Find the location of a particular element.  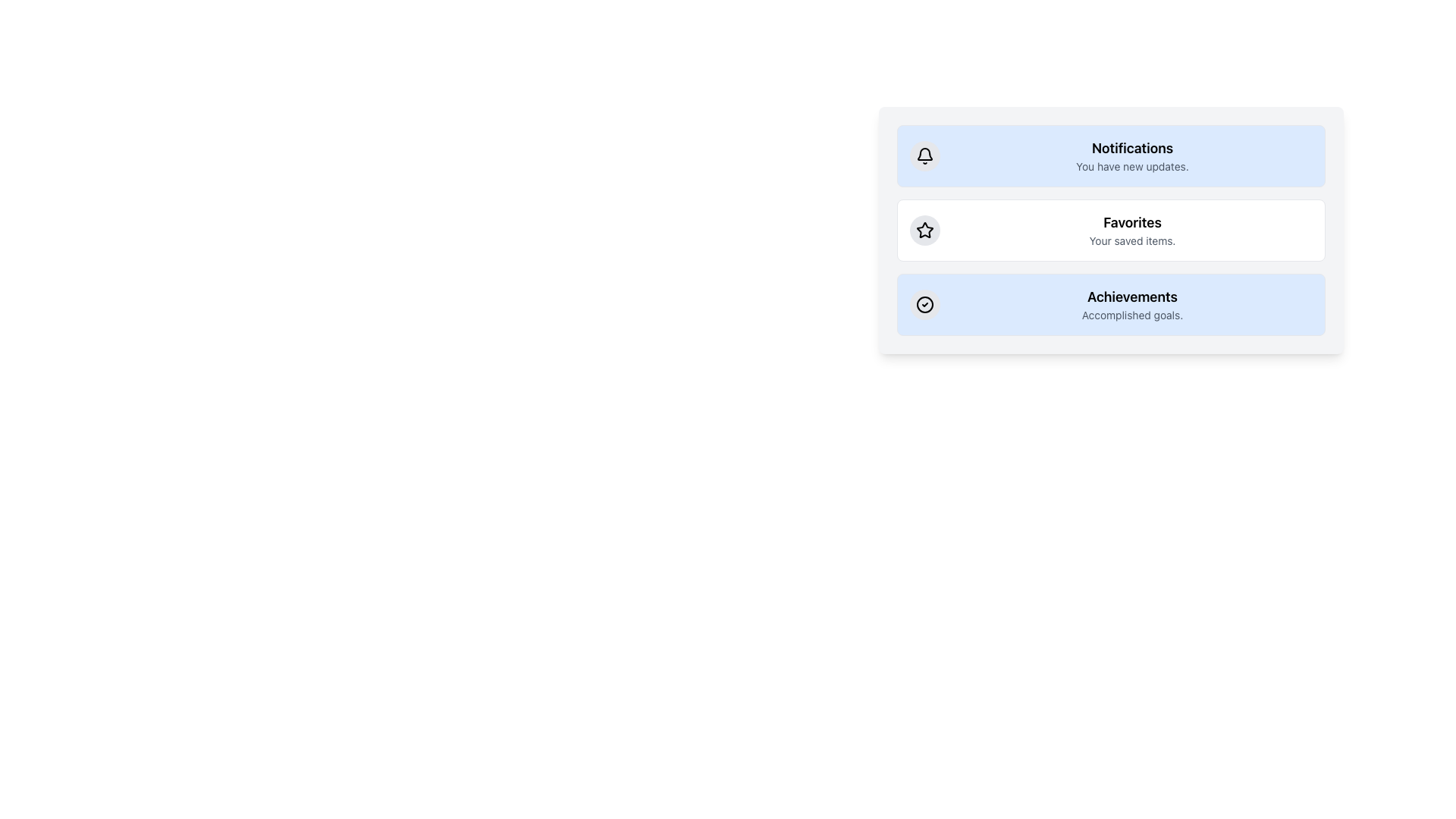

the 'Favorites' card, which is the second card in a vertical stack of three cards is located at coordinates (1111, 231).